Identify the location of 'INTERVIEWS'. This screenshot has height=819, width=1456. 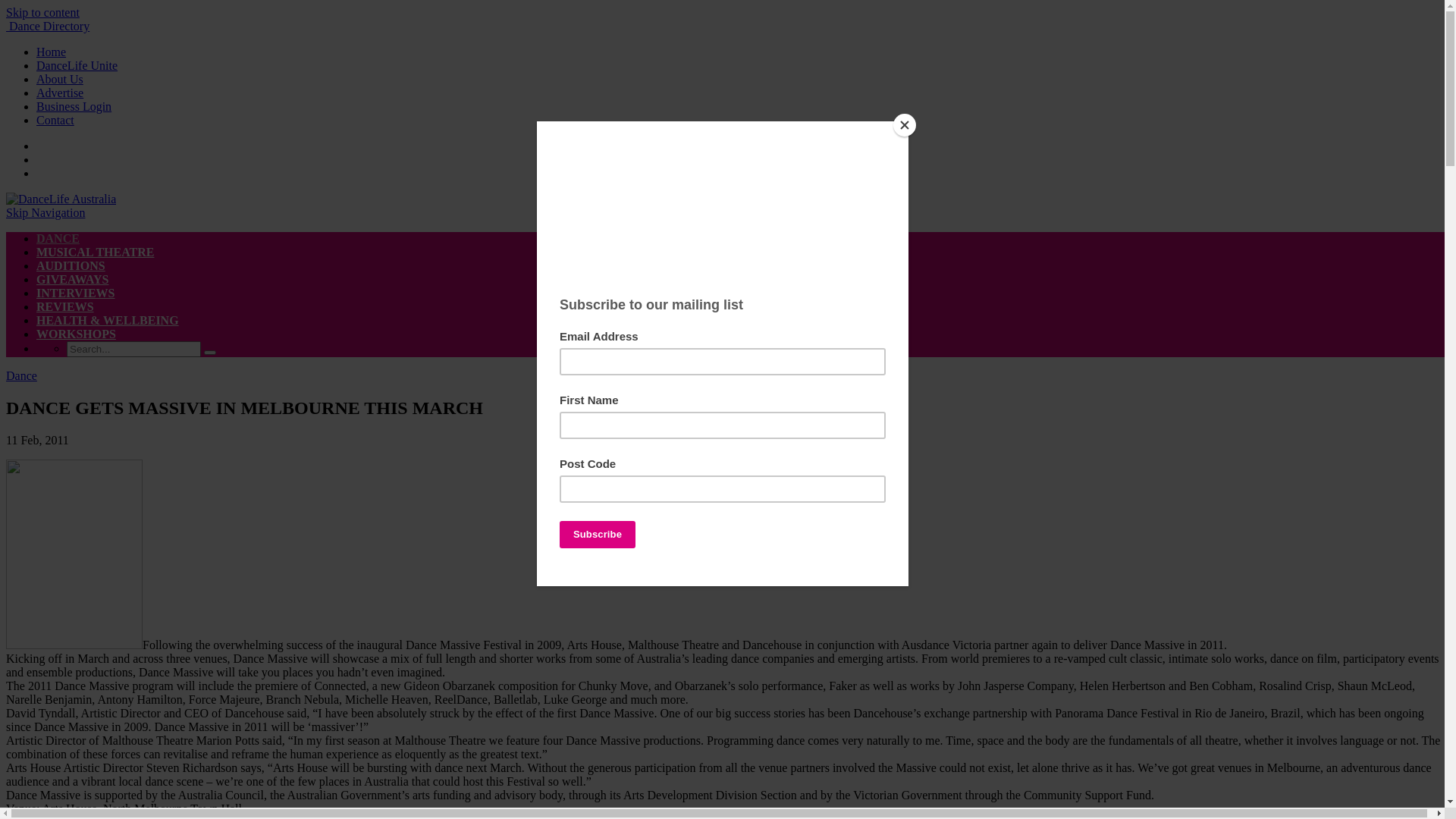
(74, 293).